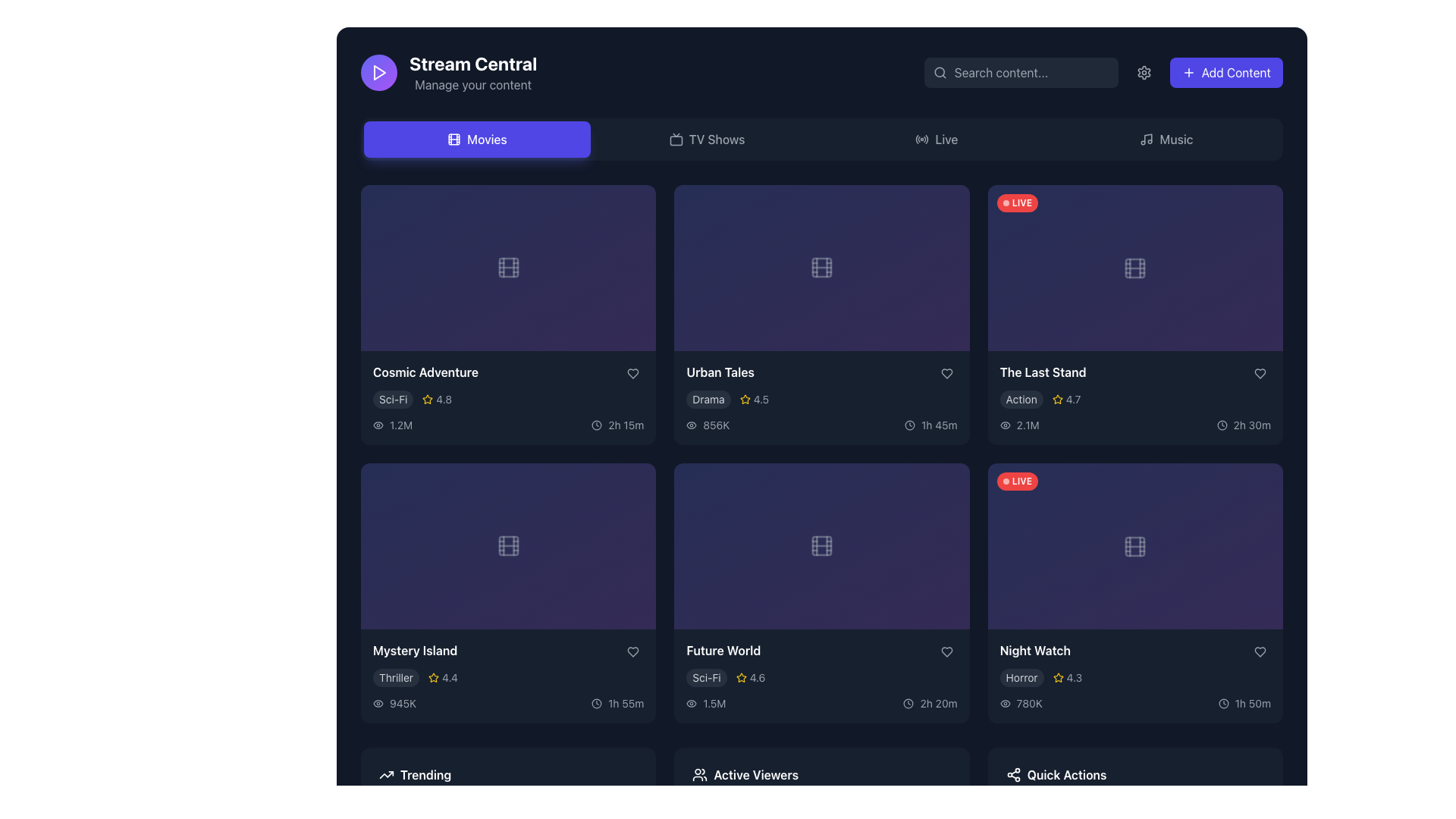  What do you see at coordinates (394, 703) in the screenshot?
I see `text displayed in light gray, which shows the view count '945K' next to the eye icon at the bottom left corner of the 'Mystery Island' card` at bounding box center [394, 703].